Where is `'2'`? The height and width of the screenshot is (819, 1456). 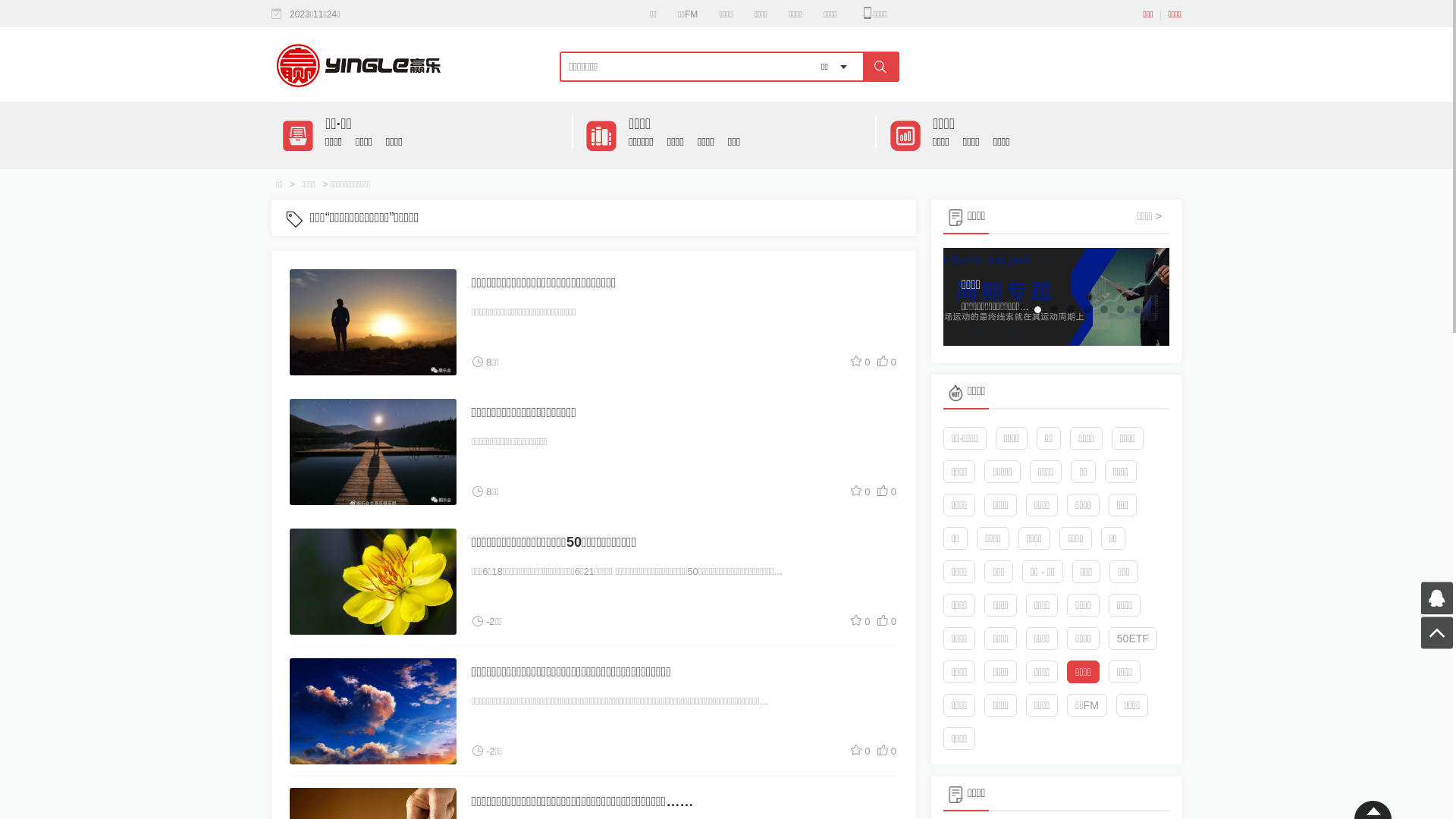 '2' is located at coordinates (987, 309).